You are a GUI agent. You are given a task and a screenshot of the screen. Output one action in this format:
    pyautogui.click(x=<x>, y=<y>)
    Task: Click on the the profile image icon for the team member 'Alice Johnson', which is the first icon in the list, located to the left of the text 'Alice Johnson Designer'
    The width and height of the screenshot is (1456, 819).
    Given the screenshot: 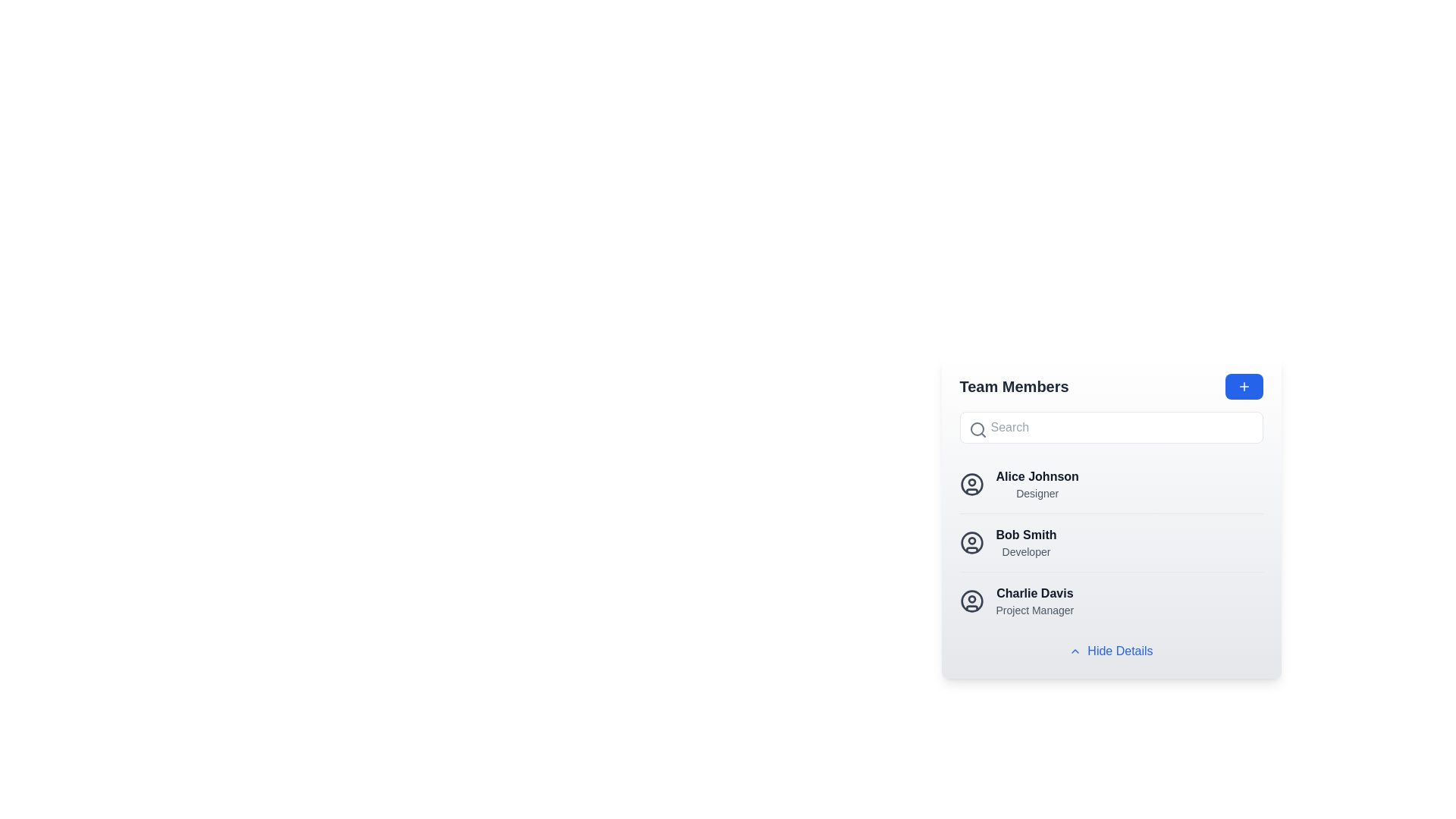 What is the action you would take?
    pyautogui.click(x=971, y=485)
    